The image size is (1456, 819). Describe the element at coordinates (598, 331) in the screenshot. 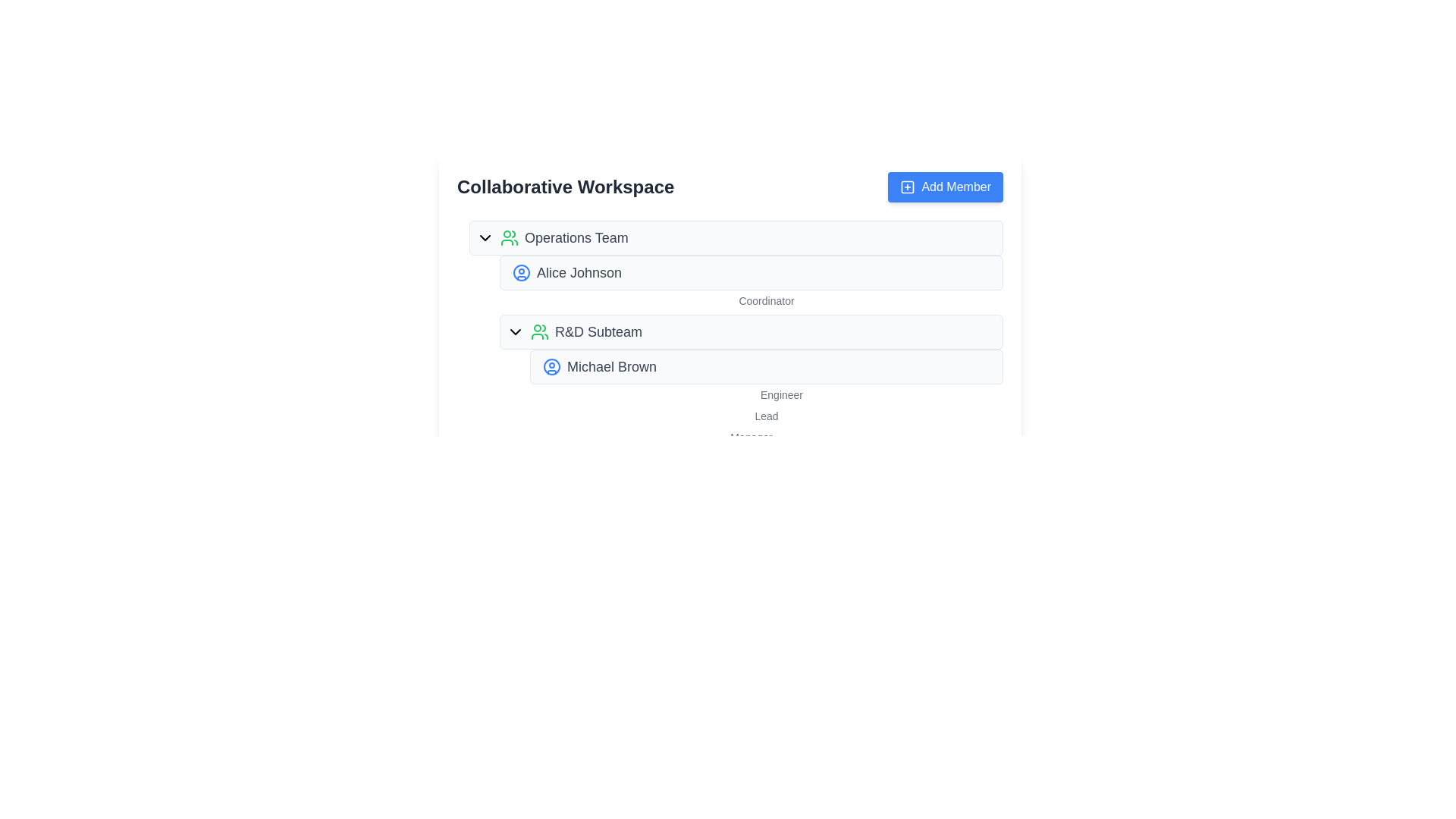

I see `text label indicating the 'R&D Subteam', which is positioned to the right of a user icon in the hierarchical team structure` at that location.